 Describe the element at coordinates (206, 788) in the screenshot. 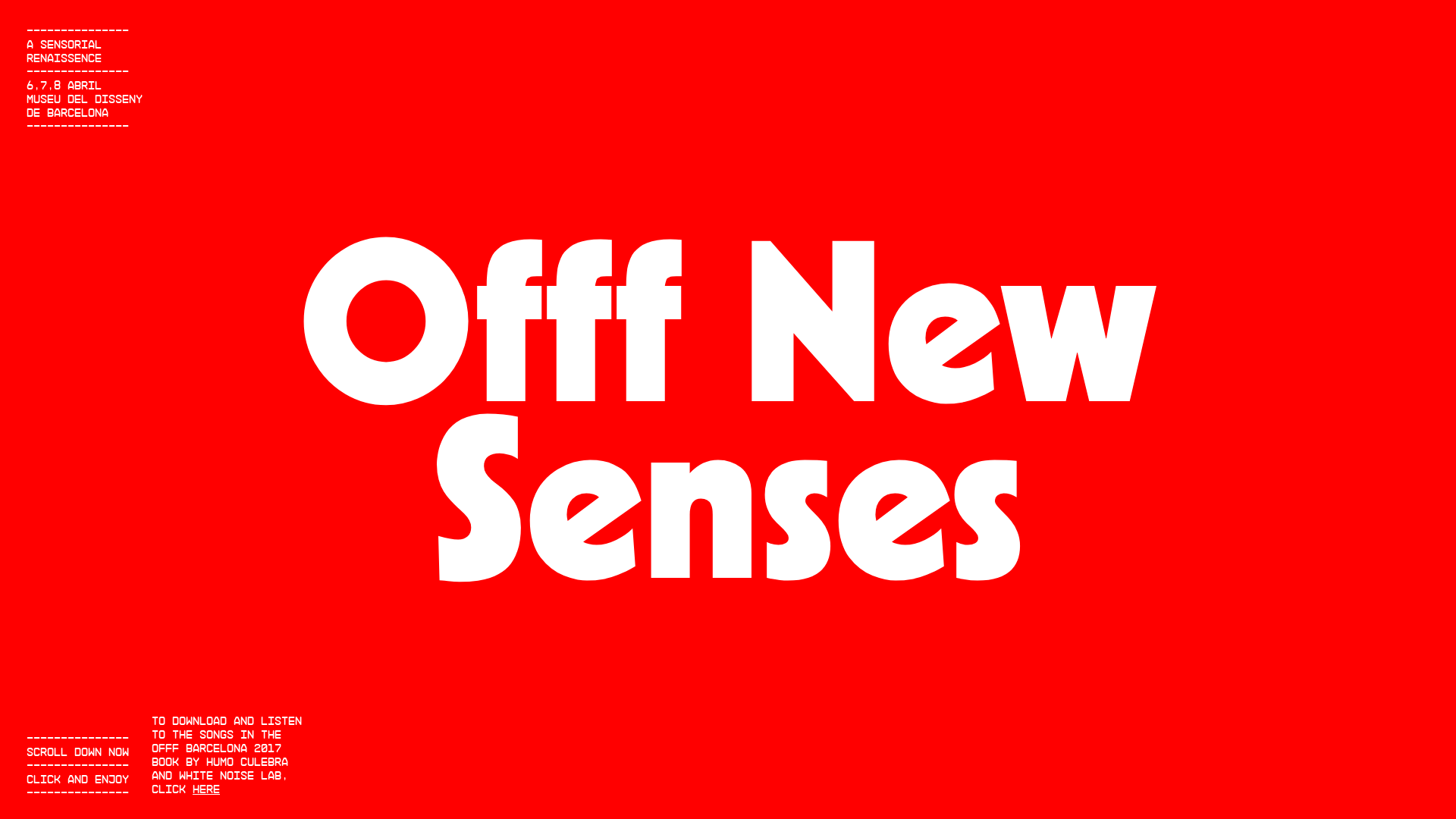

I see `'here'` at that location.